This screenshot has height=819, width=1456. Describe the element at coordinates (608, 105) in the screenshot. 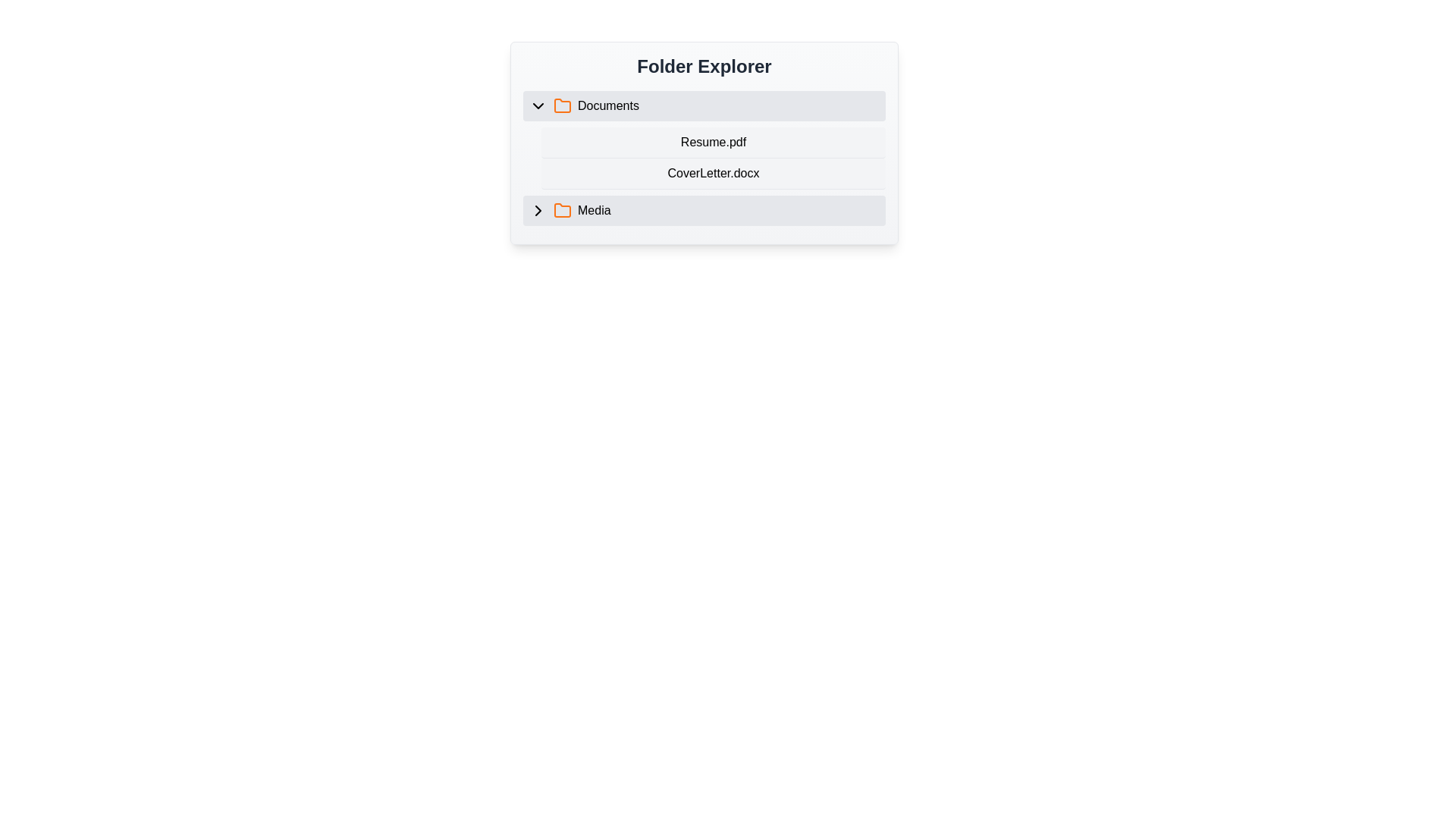

I see `text of the folder label positioned centrally within the interactive list item panel of the folder explorer interface, located to the right of an orange folder icon and below a chevron icon` at that location.